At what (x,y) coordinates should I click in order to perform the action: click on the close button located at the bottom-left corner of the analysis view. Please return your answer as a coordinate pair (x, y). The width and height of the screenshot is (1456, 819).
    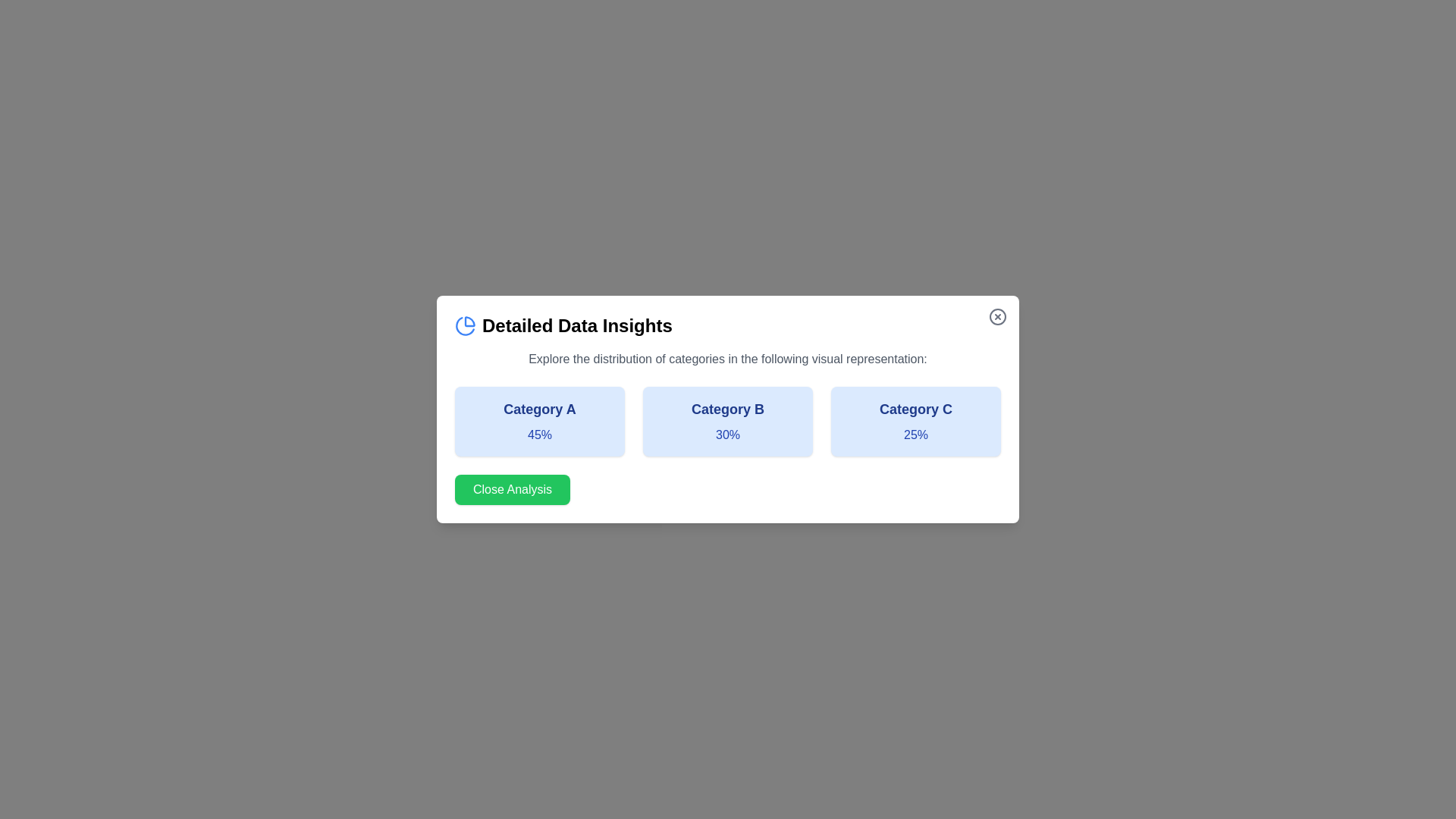
    Looking at the image, I should click on (513, 489).